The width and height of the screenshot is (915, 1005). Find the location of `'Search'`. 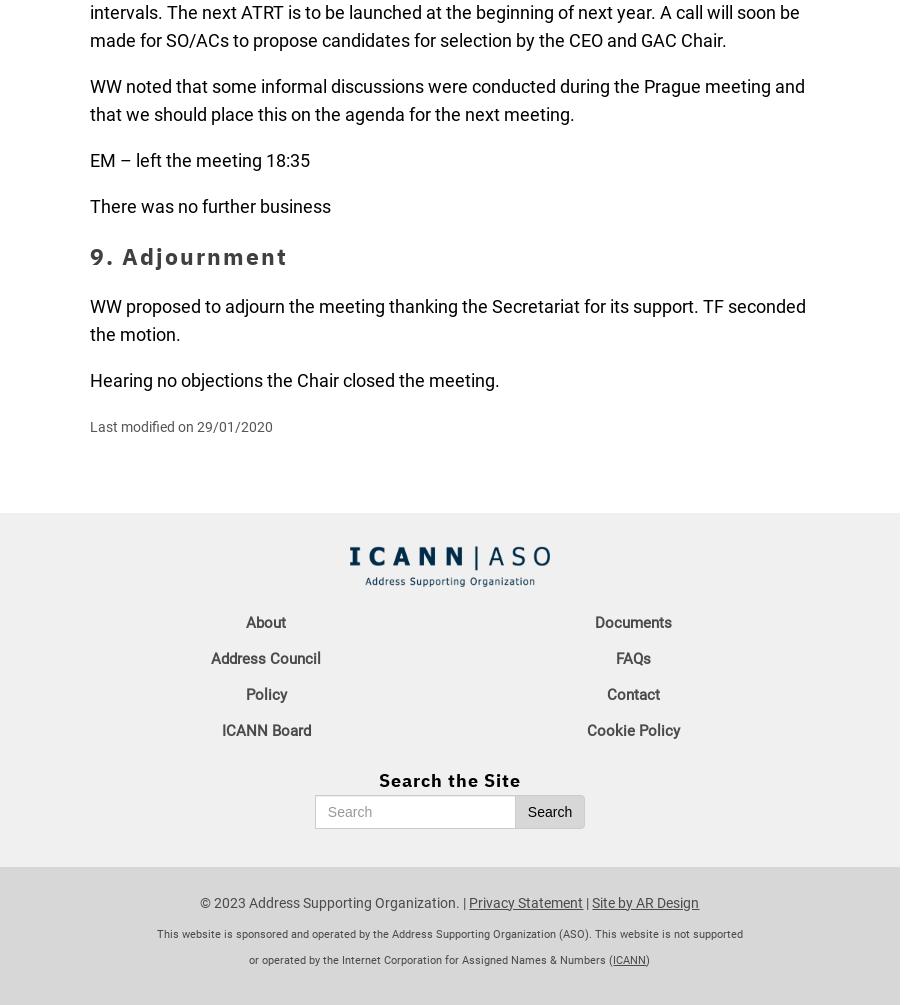

'Search' is located at coordinates (549, 812).